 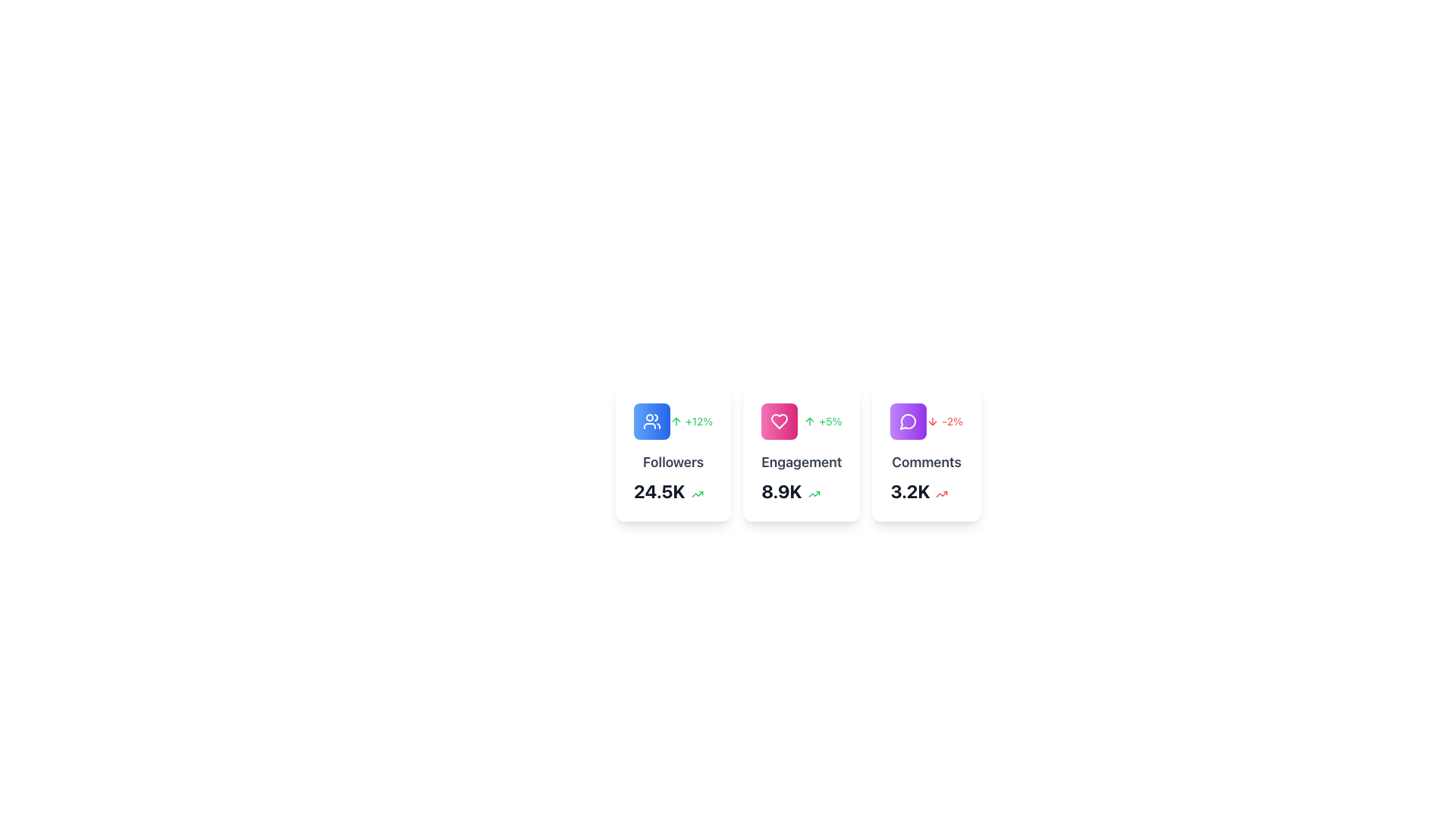 I want to click on the circular speech bubble icon with a purple gradient background located in the 'Comments' panel, adjacent to the 'Followers' and 'Engagement' panels, for accessibility purposes, so click(x=908, y=421).